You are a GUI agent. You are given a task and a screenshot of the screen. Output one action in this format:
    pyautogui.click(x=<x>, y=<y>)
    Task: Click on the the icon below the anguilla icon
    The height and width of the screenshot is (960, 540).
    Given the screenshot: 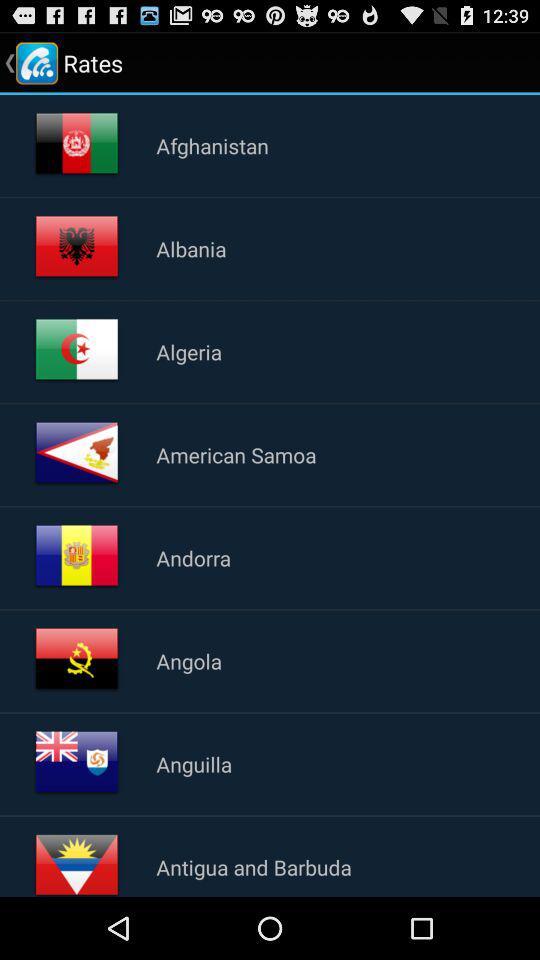 What is the action you would take?
    pyautogui.click(x=254, y=866)
    